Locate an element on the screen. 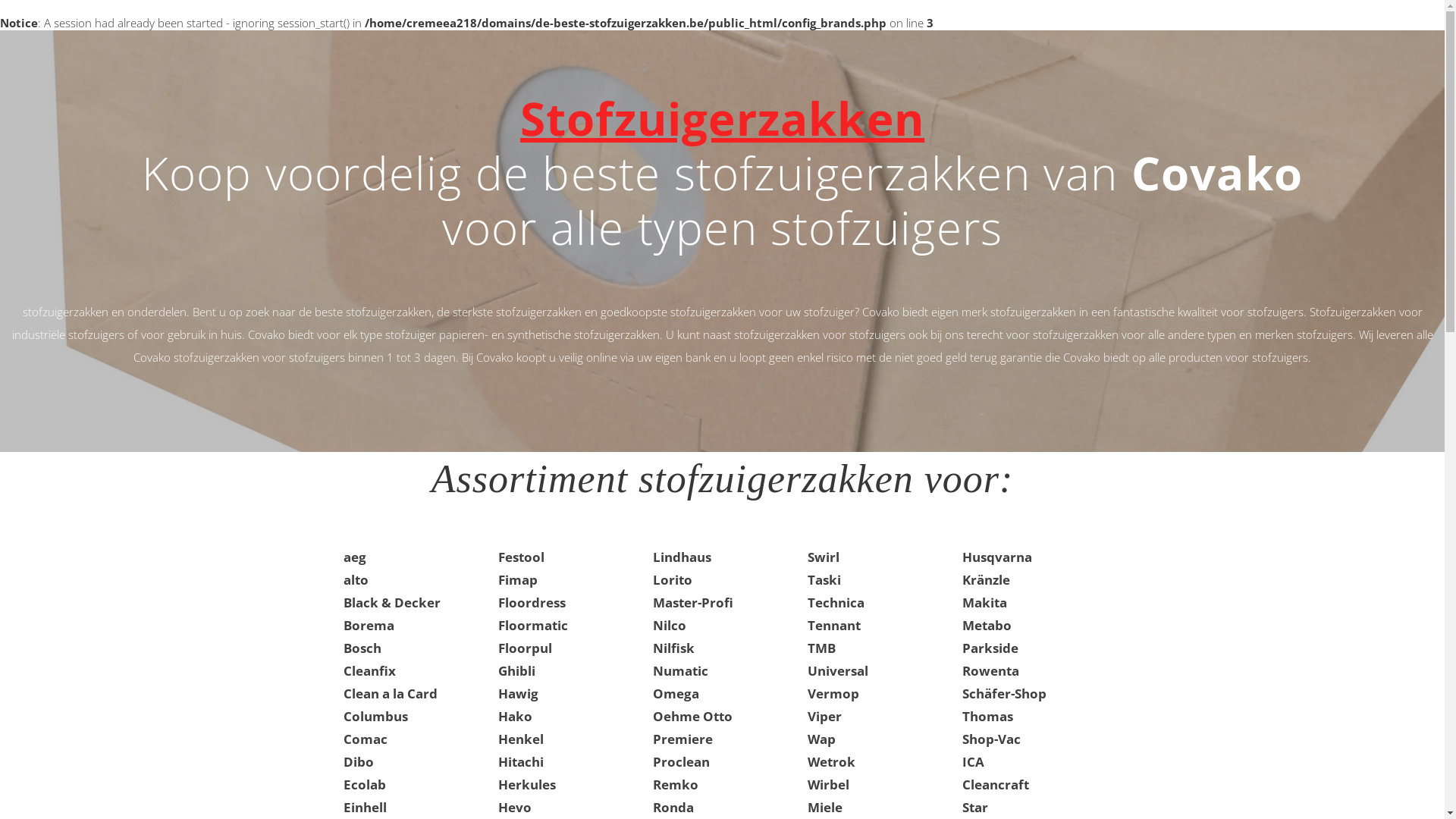 This screenshot has height=819, width=1456. 'Columbus' is located at coordinates (375, 716).